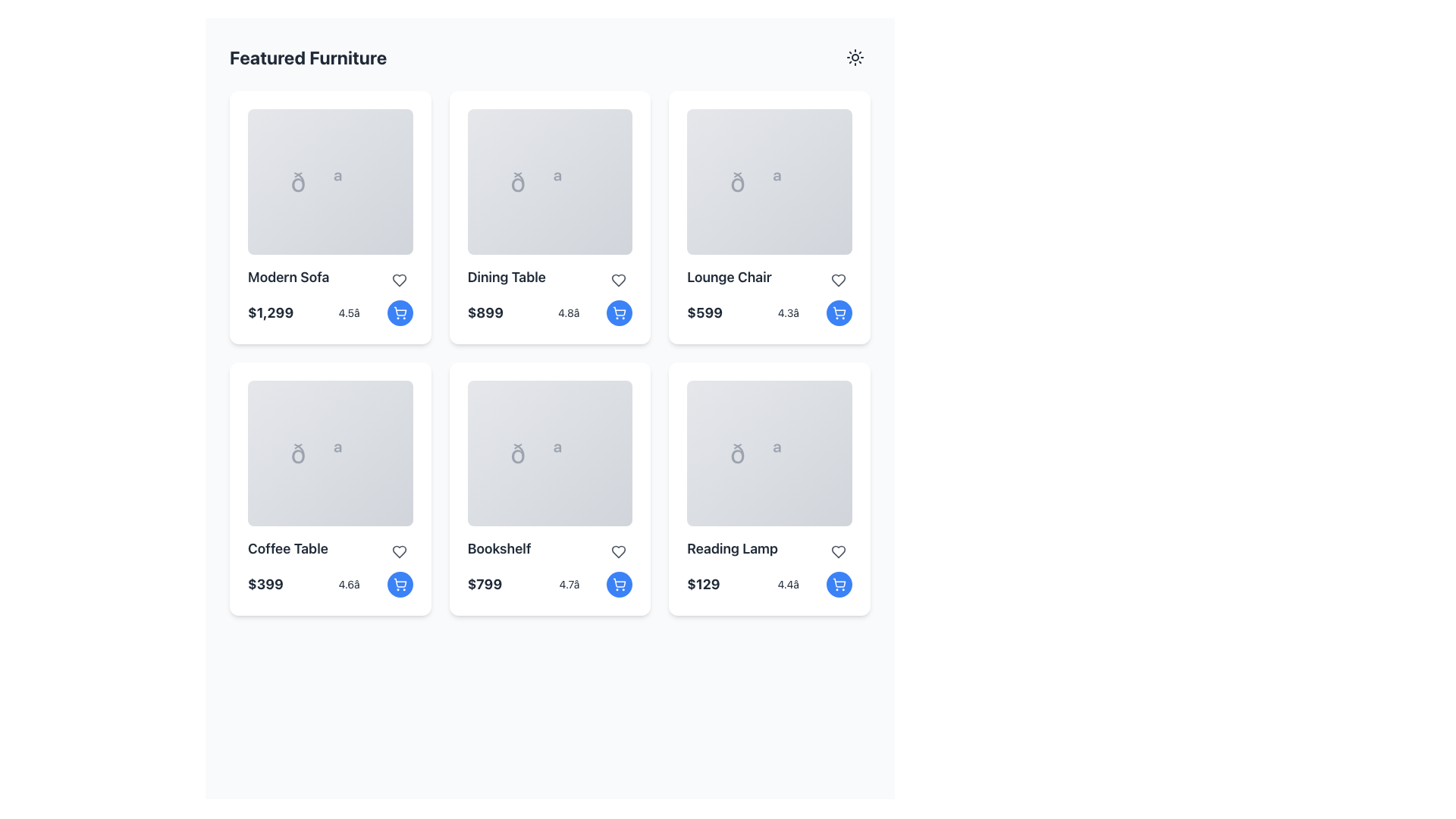 The width and height of the screenshot is (1456, 819). What do you see at coordinates (400, 584) in the screenshot?
I see `the shopping cart button with a blue circular background located at the bottom-right corner of the 'Coffee Table' card` at bounding box center [400, 584].